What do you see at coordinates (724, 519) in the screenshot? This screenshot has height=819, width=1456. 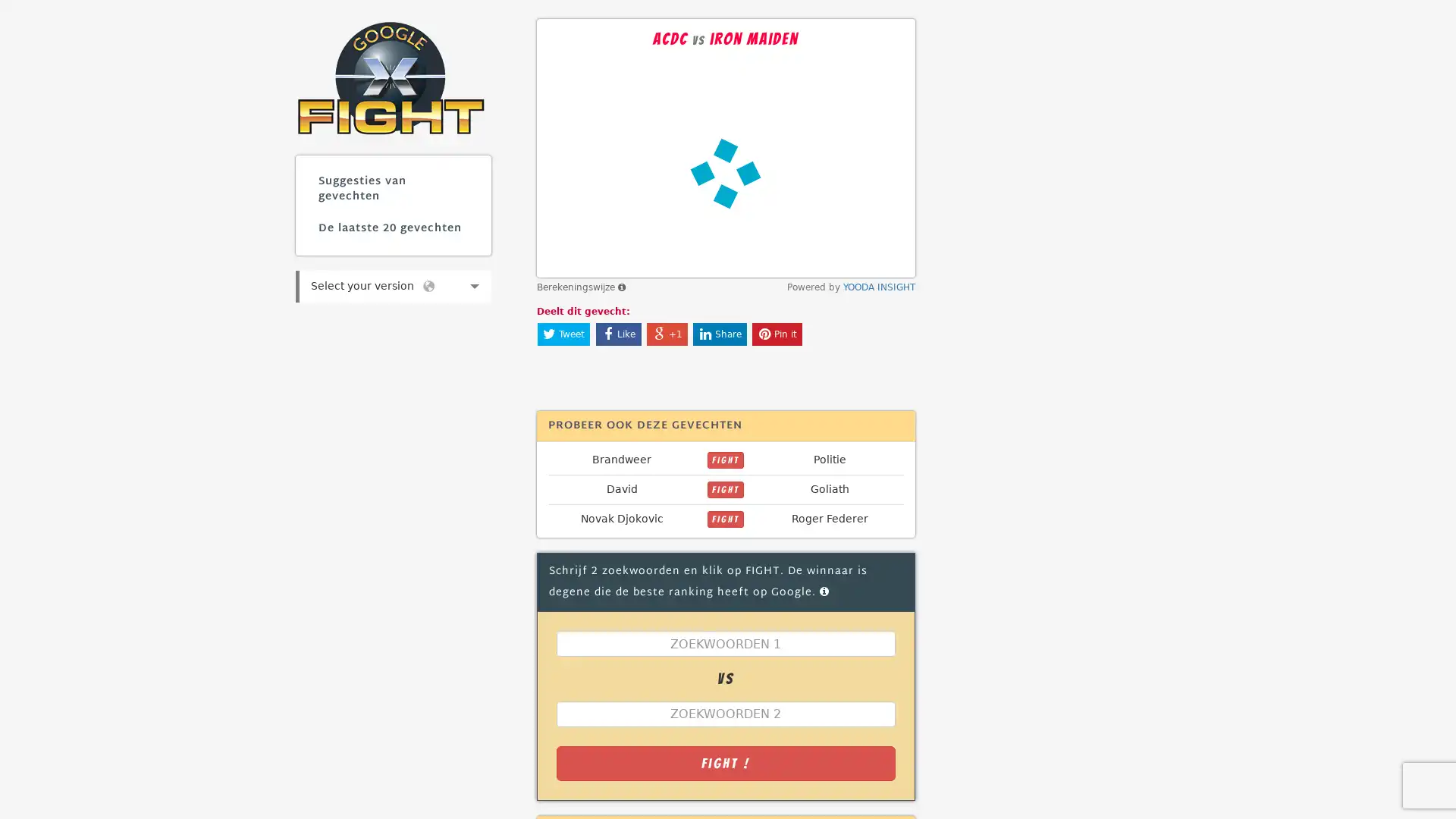 I see `FIGHT` at bounding box center [724, 519].